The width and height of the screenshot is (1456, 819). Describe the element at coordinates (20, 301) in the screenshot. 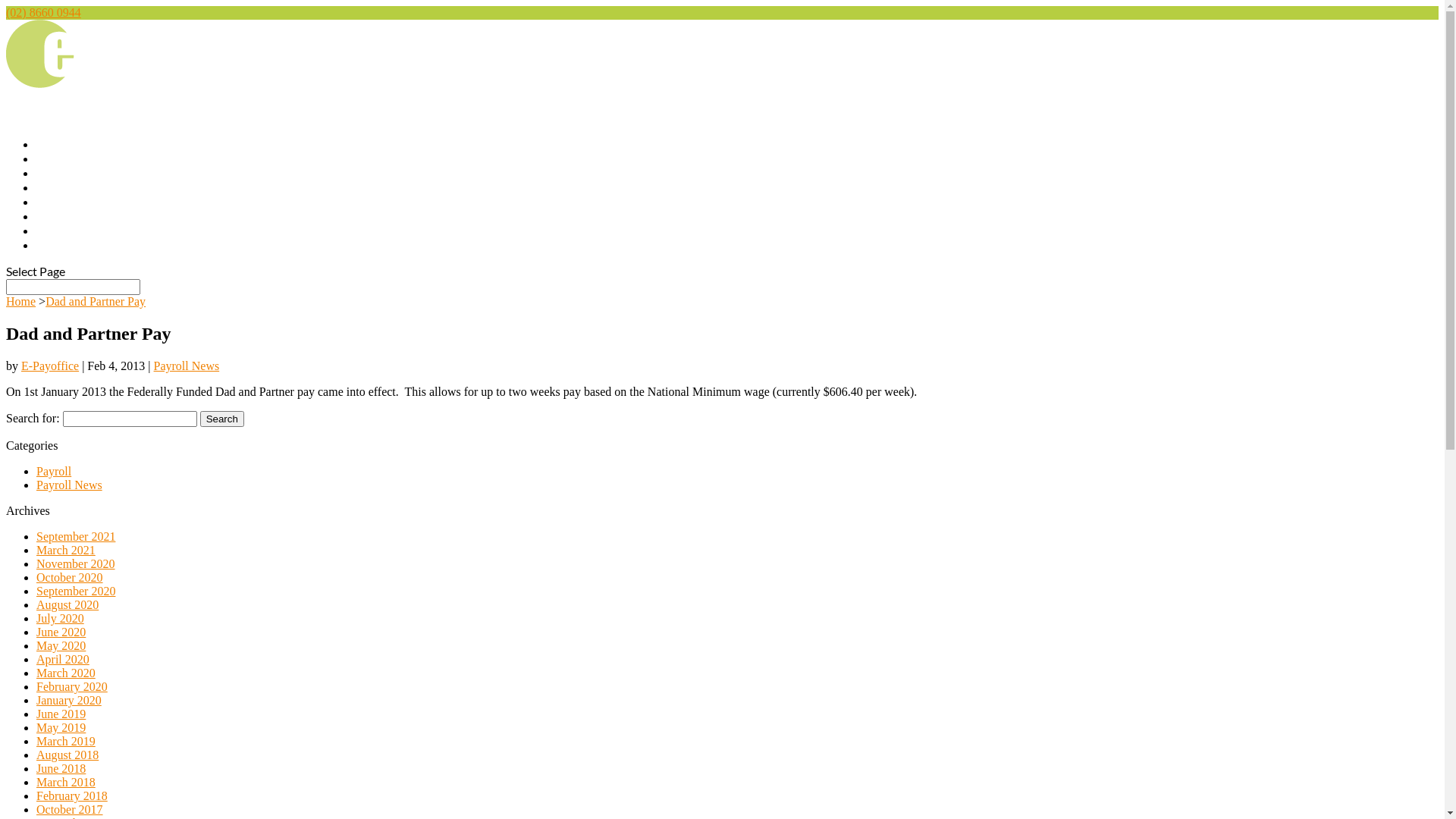

I see `'Home'` at that location.